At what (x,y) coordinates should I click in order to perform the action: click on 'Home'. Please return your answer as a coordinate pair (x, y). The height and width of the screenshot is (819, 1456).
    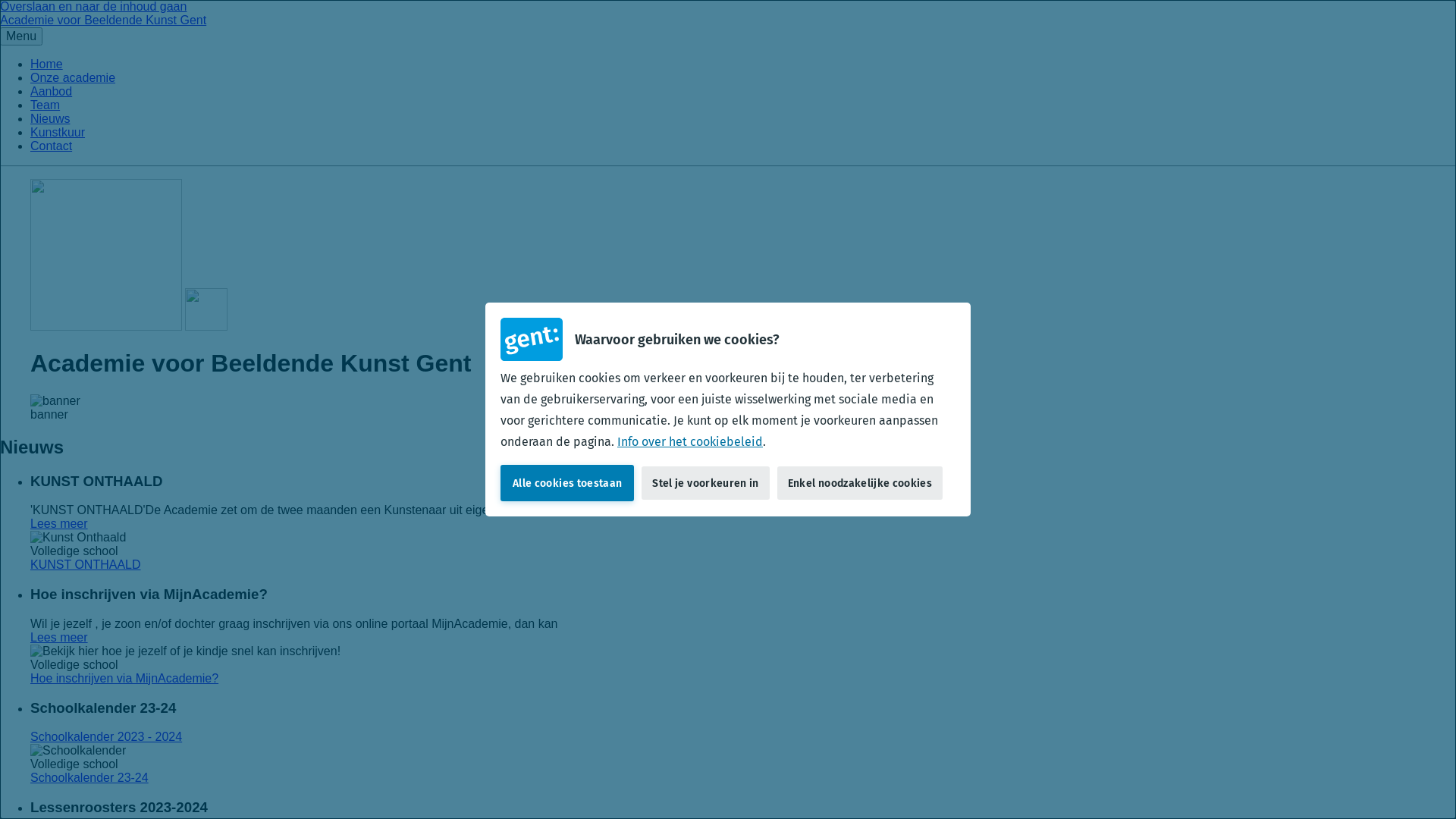
    Looking at the image, I should click on (46, 63).